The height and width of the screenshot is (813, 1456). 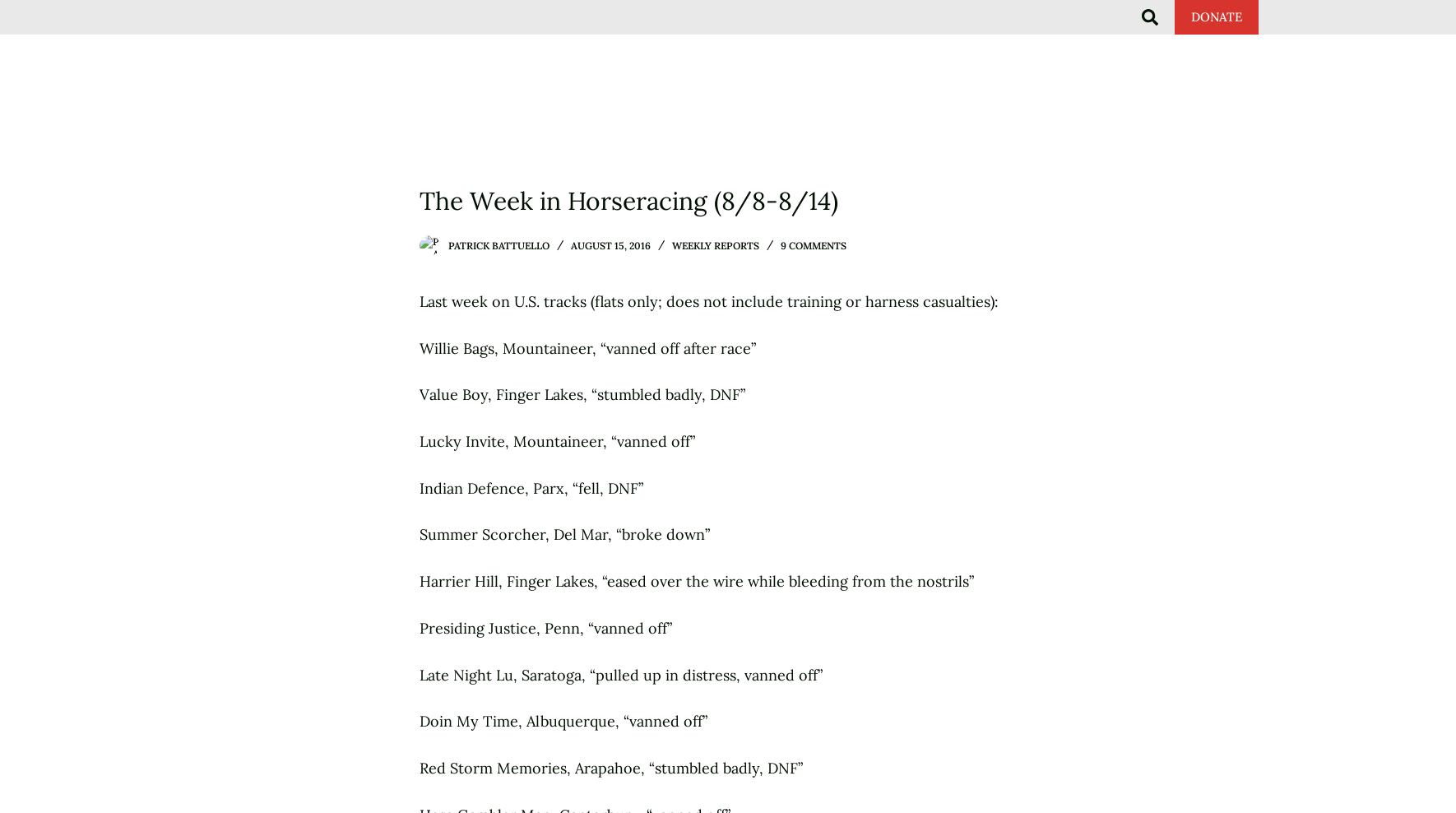 I want to click on 'The Wrongs', so click(x=574, y=98).